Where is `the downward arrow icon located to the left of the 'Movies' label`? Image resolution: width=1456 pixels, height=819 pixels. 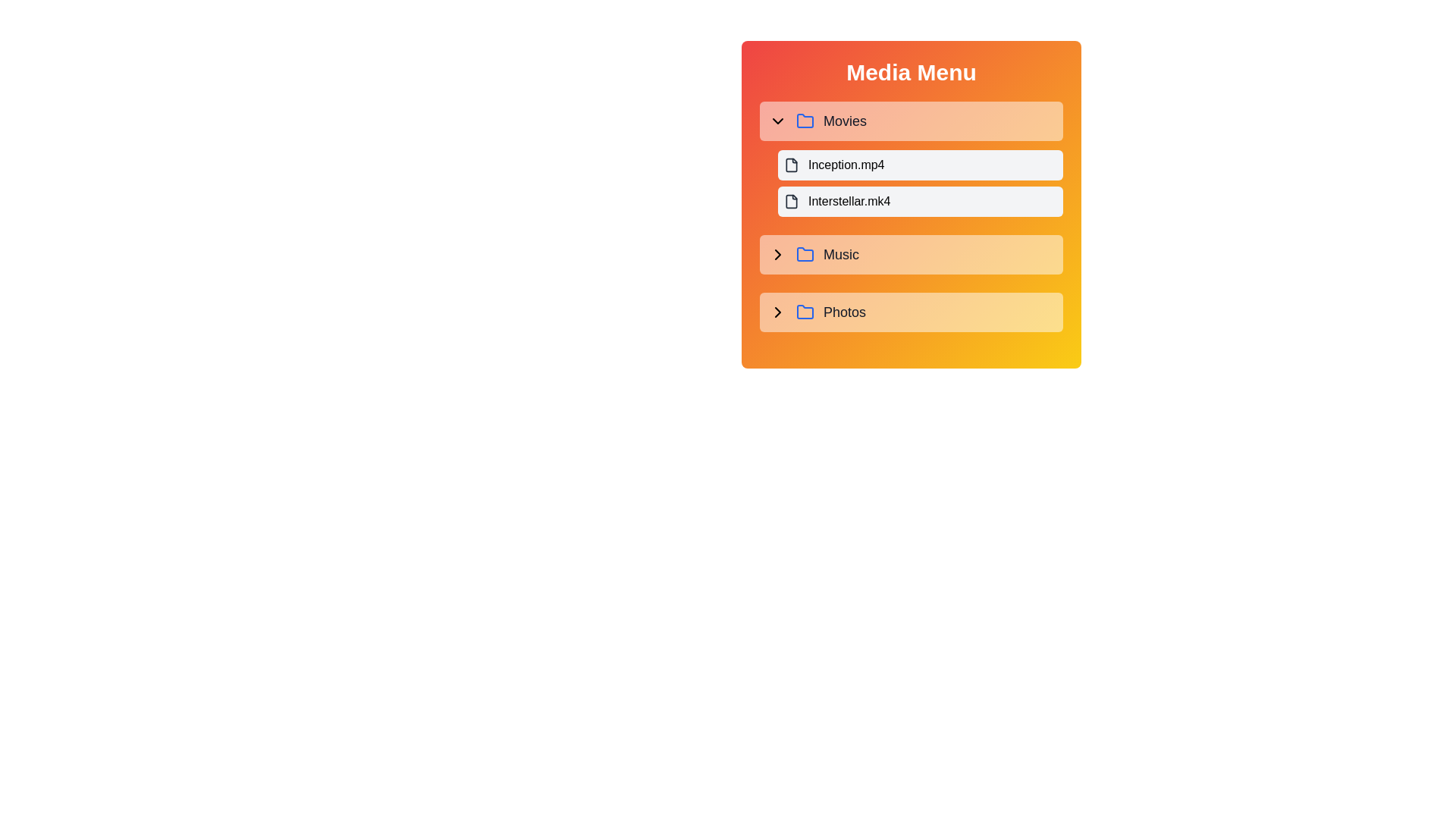
the downward arrow icon located to the left of the 'Movies' label is located at coordinates (778, 120).